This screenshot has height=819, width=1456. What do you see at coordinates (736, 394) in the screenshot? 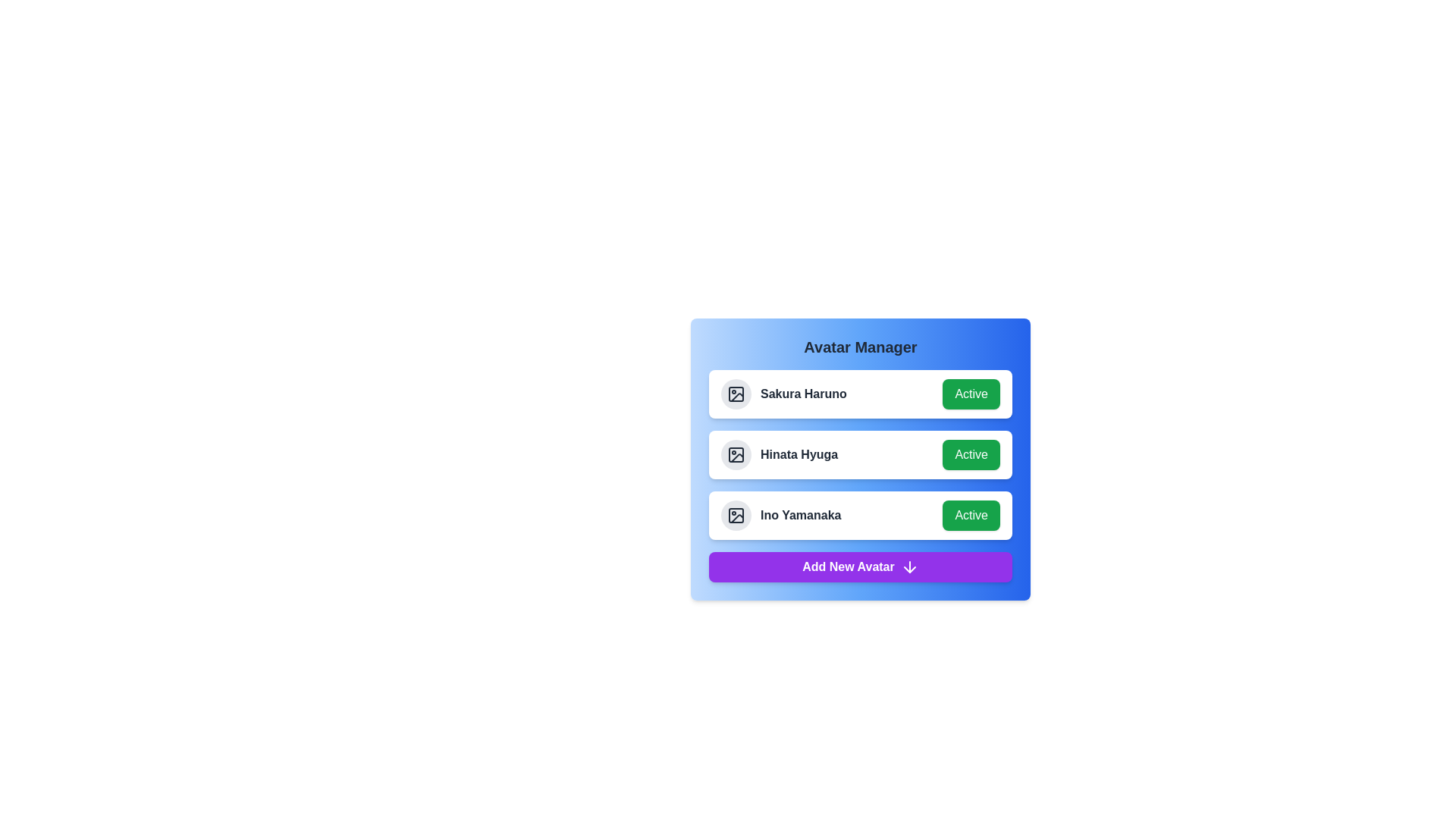
I see `the SVG rectangle with rounded corners located beside the name 'Sakura Haruno' and the green 'Active' button in the first row of the list` at bounding box center [736, 394].